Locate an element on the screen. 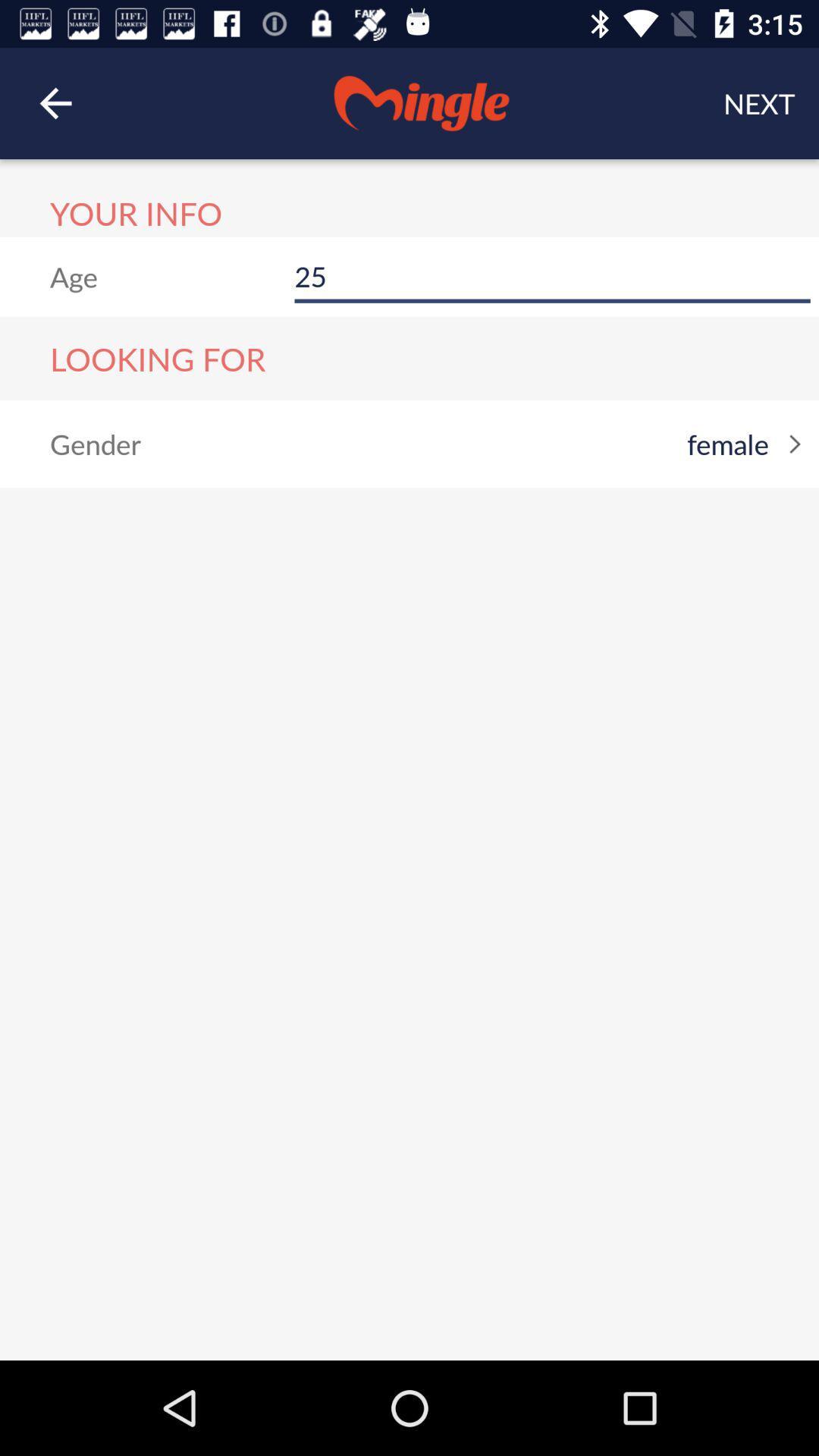 Image resolution: width=819 pixels, height=1456 pixels. item below the next is located at coordinates (552, 277).